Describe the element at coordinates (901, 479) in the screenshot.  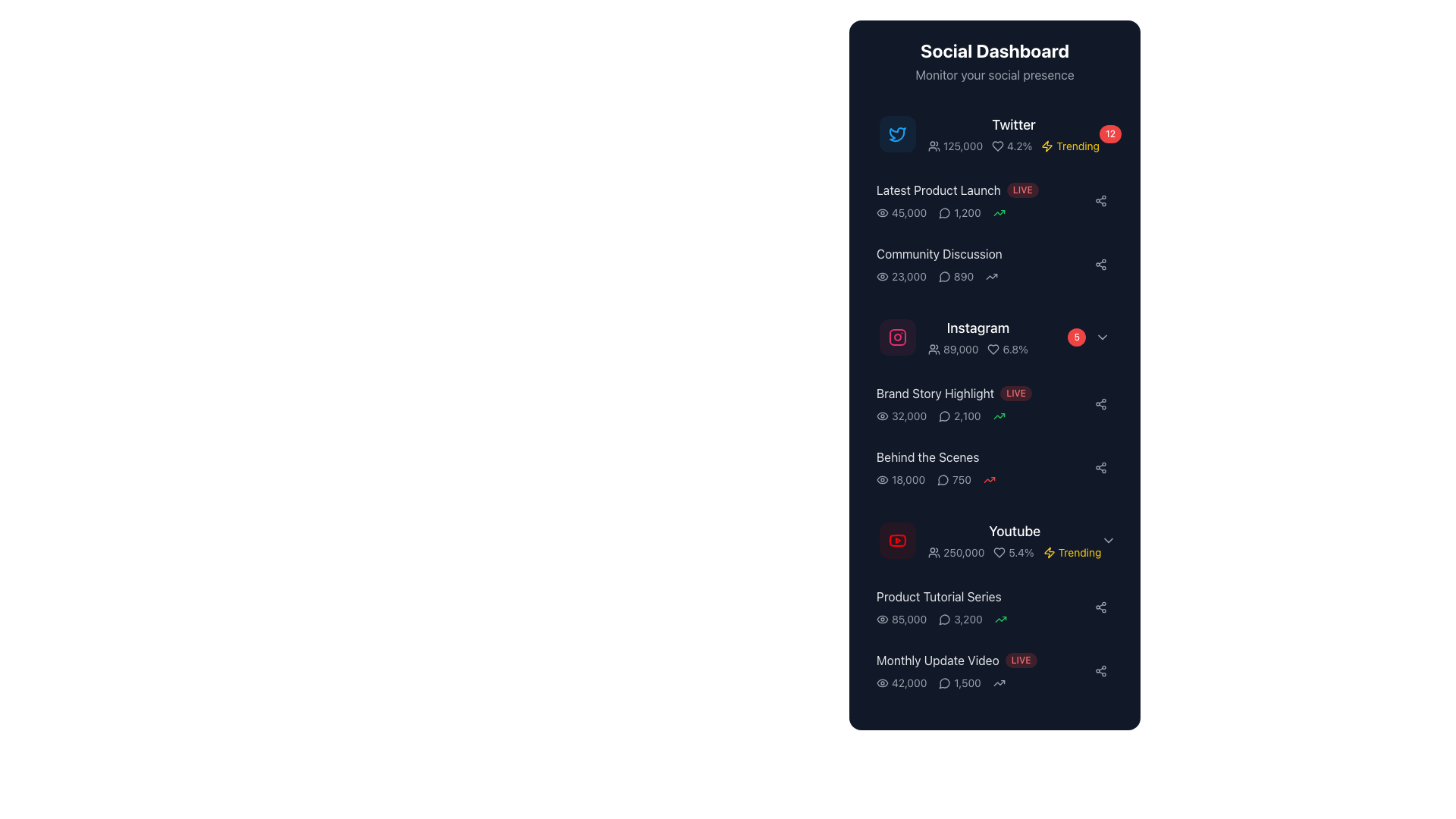
I see `the numeric label displaying '18,000' that is styled in gray and is part of the 'Behind the Scenes' section, located to the right of an eye icon and left of another label displaying '750'` at that location.